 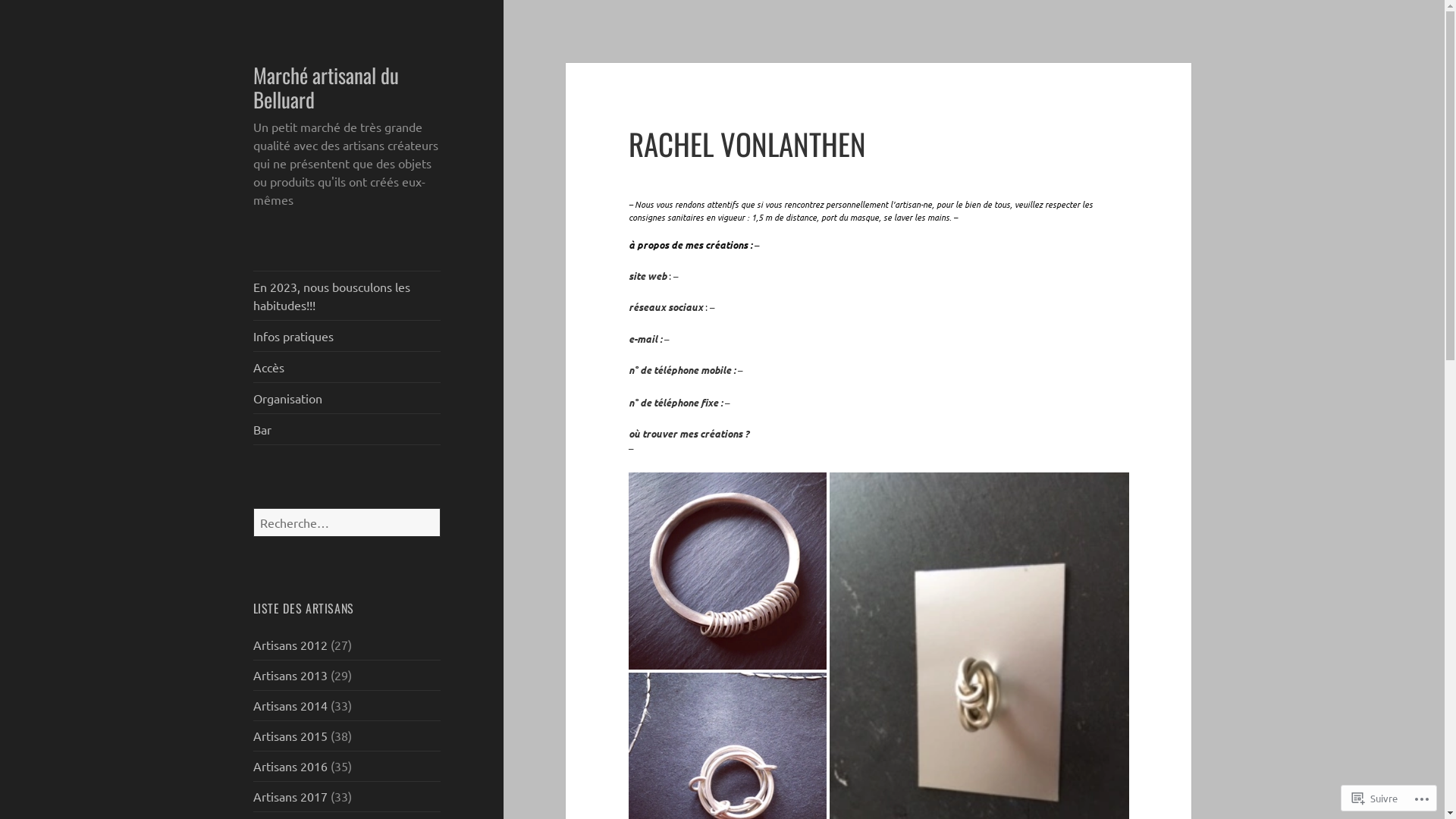 What do you see at coordinates (346, 335) in the screenshot?
I see `'Infos pratiques'` at bounding box center [346, 335].